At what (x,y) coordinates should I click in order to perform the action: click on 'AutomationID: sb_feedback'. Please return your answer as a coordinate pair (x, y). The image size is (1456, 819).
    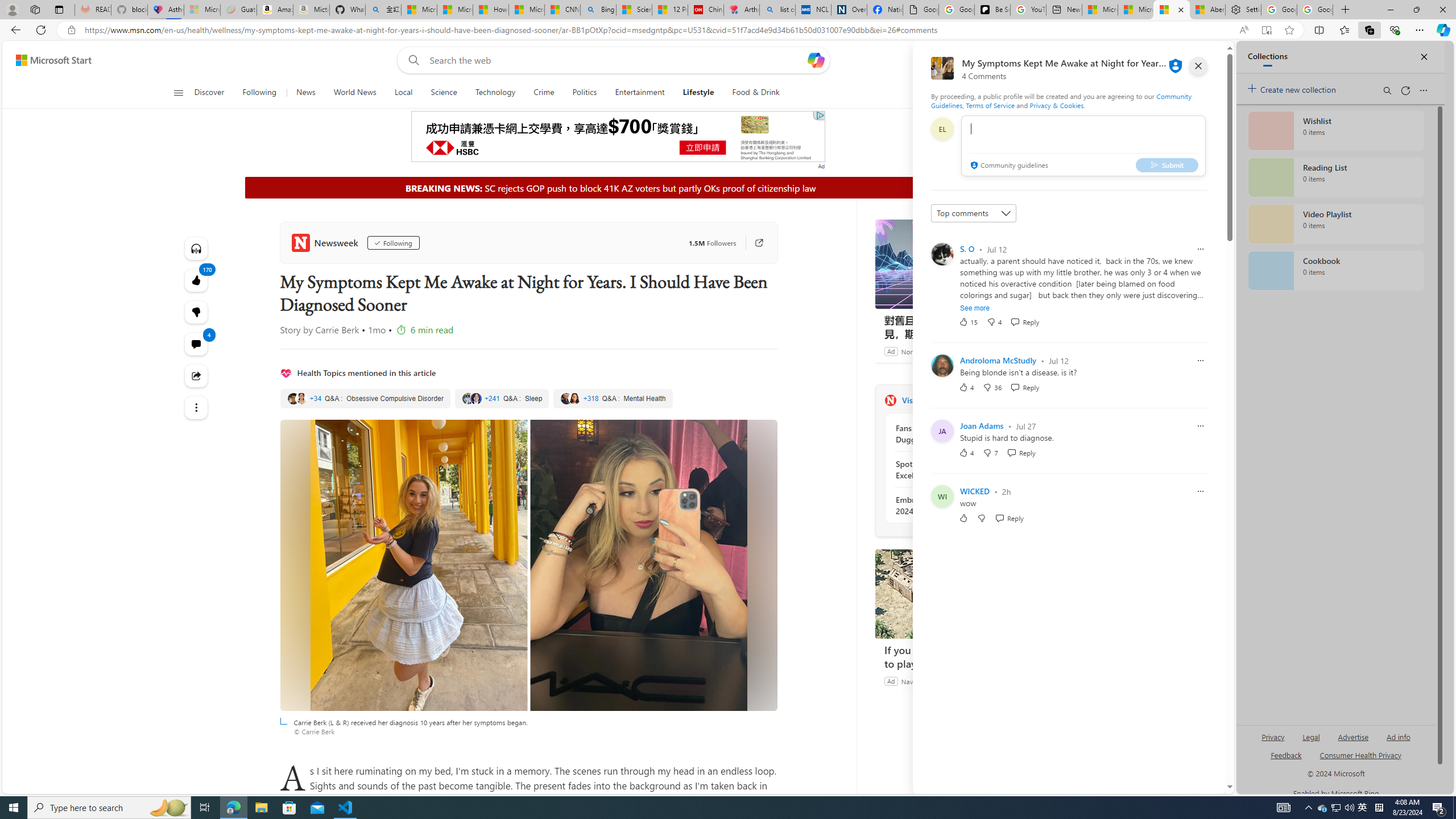
    Looking at the image, I should click on (1286, 754).